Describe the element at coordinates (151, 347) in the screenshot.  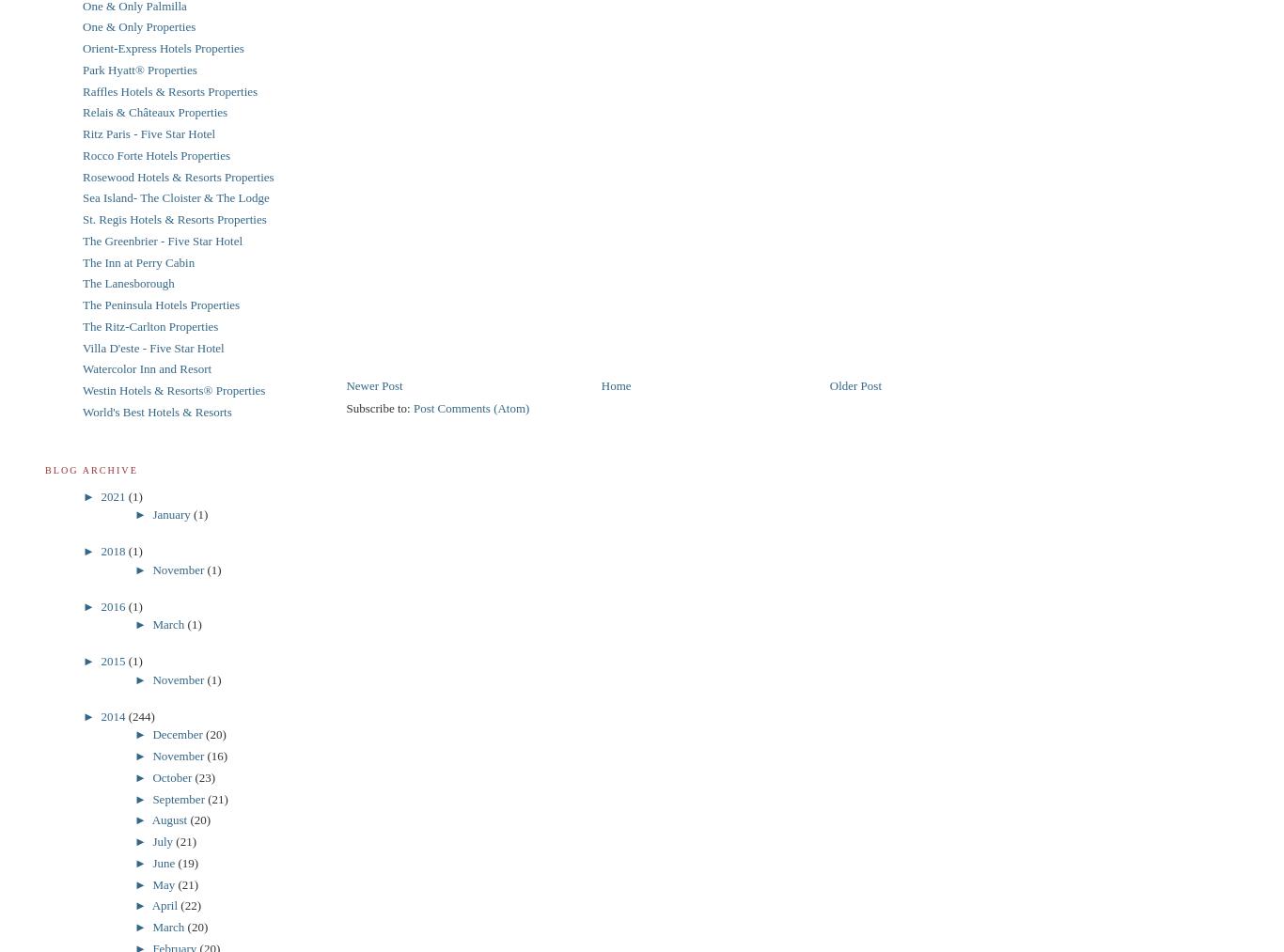
I see `'Villa D'este - Five Star Hotel'` at that location.